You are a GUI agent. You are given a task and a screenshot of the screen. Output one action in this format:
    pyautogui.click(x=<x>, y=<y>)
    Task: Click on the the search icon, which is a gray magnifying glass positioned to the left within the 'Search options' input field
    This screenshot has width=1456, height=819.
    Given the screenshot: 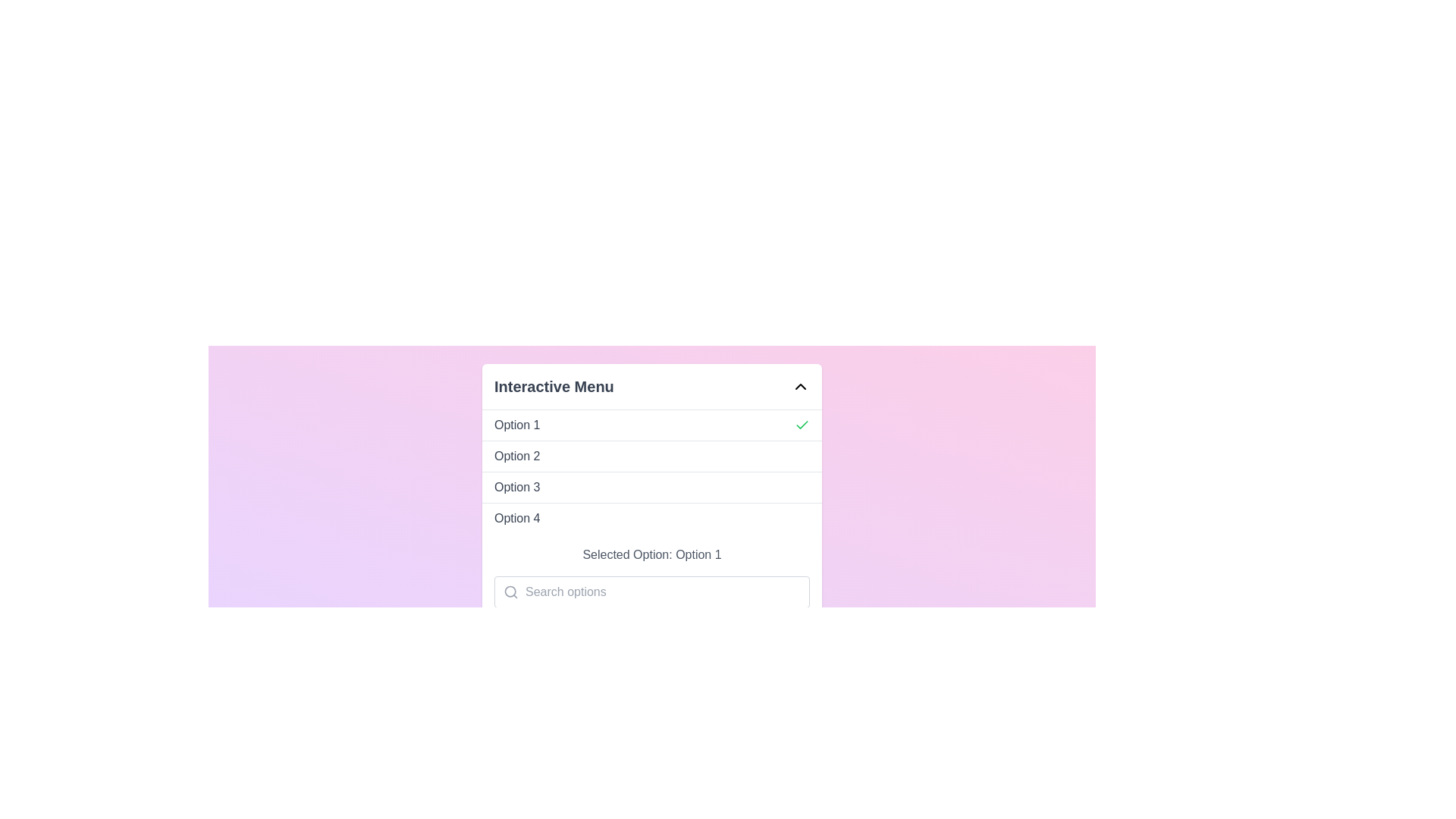 What is the action you would take?
    pyautogui.click(x=506, y=591)
    